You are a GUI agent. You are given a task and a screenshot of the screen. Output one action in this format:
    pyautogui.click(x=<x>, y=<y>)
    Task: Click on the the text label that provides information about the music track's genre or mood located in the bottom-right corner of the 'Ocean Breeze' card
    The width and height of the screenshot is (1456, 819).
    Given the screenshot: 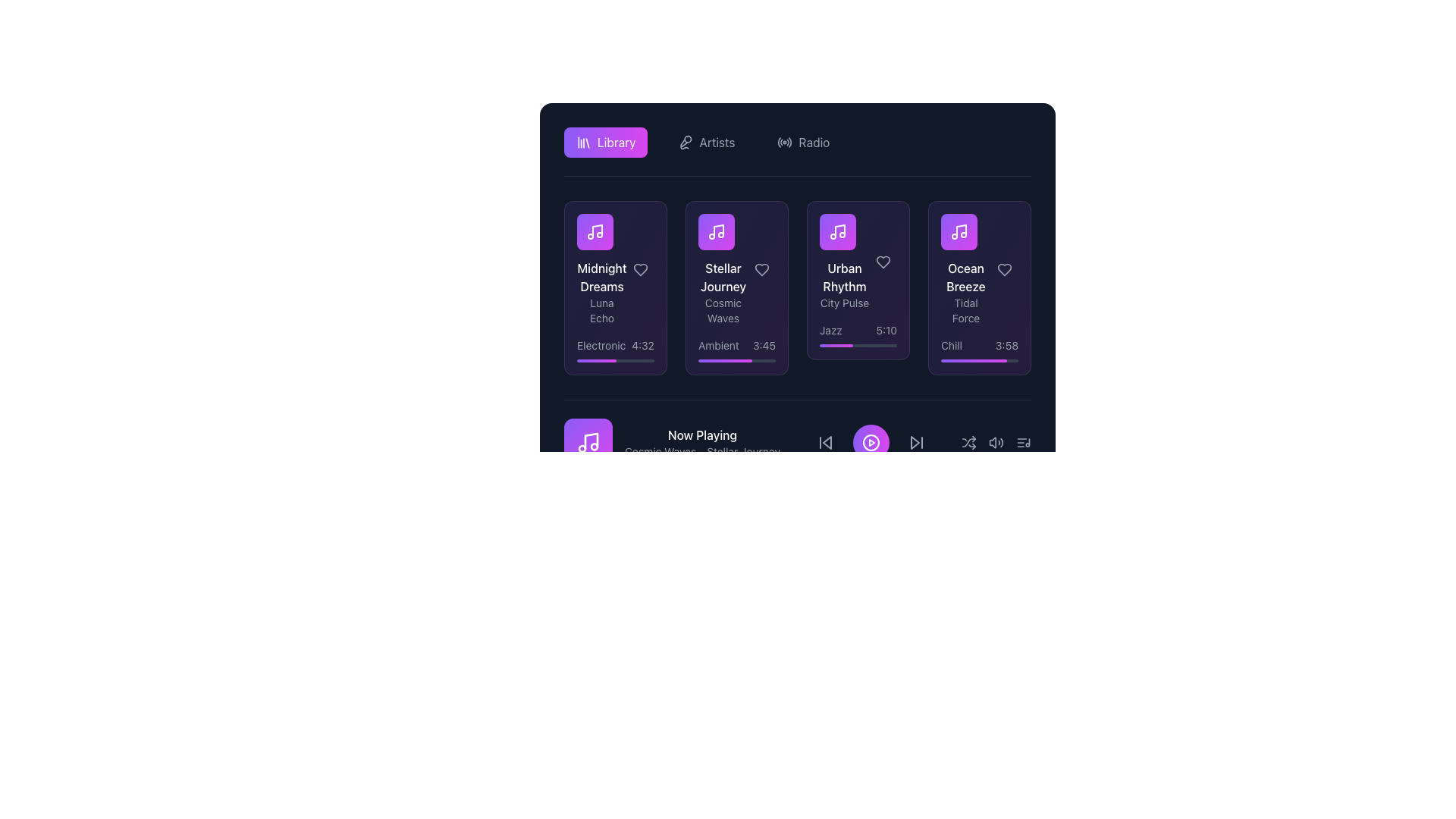 What is the action you would take?
    pyautogui.click(x=951, y=345)
    